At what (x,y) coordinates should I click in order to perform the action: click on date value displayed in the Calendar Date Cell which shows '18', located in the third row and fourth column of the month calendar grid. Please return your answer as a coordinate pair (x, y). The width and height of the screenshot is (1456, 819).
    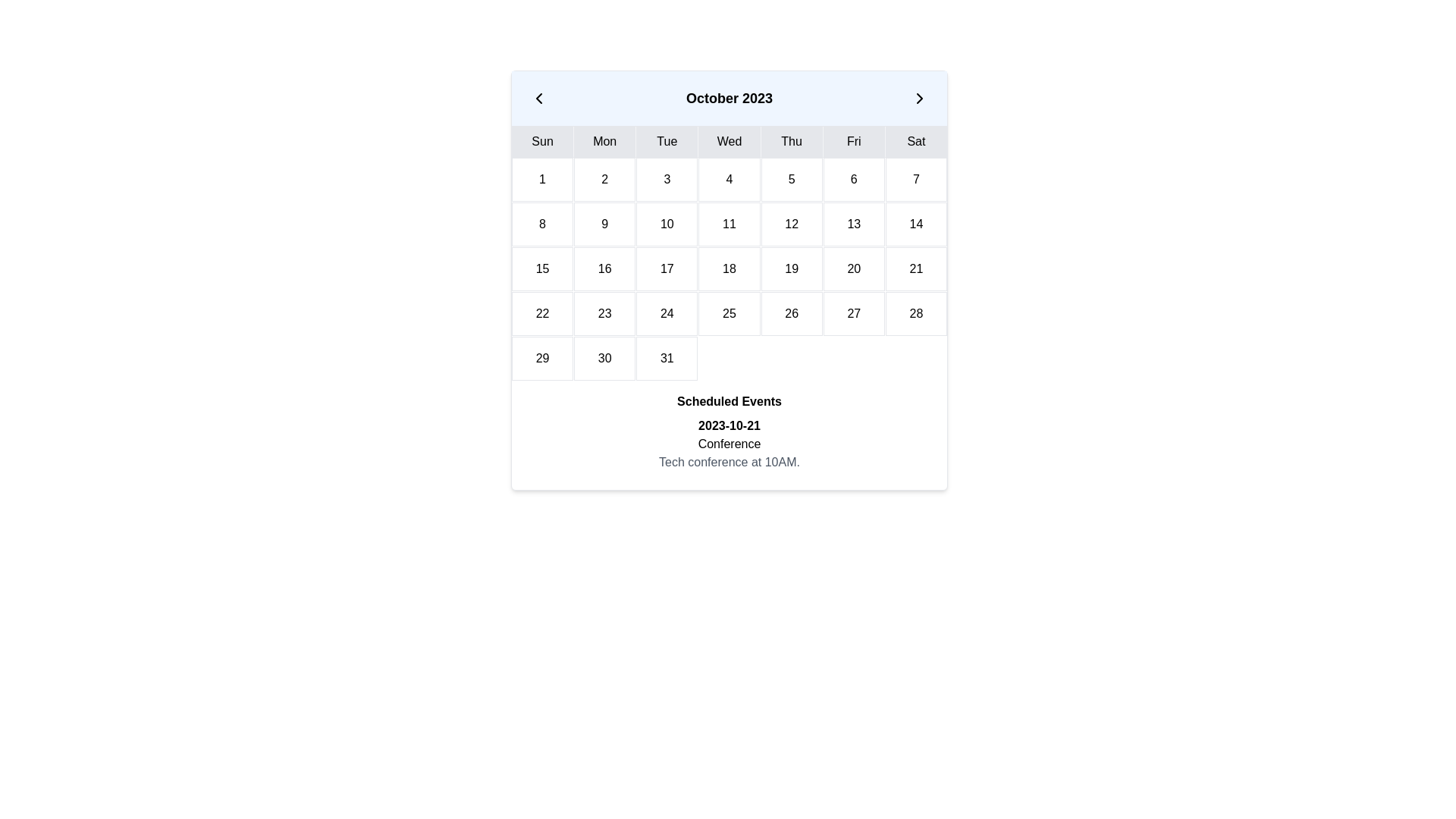
    Looking at the image, I should click on (729, 268).